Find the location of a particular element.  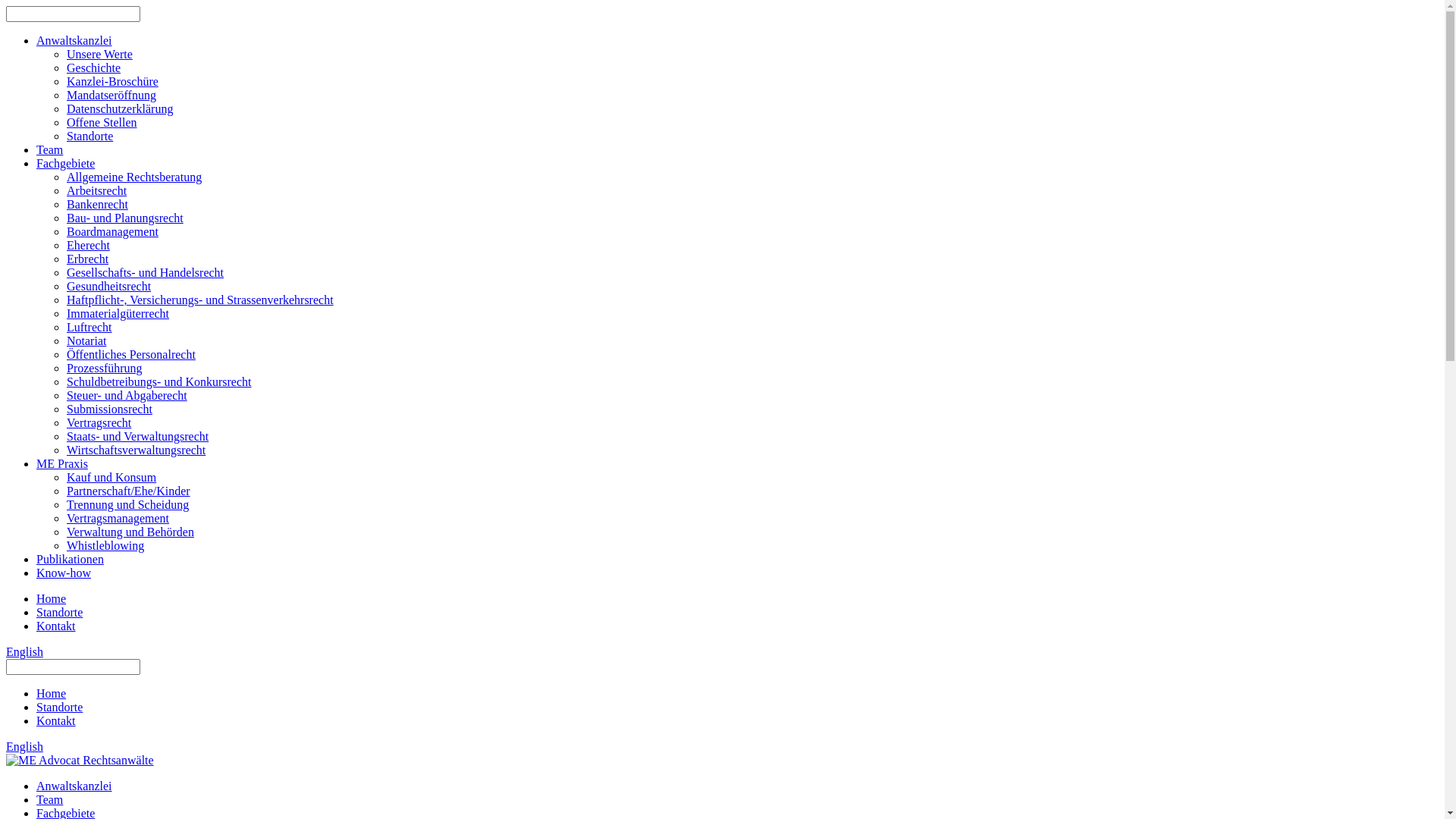

'Steuer- und Abgaberecht' is located at coordinates (127, 394).